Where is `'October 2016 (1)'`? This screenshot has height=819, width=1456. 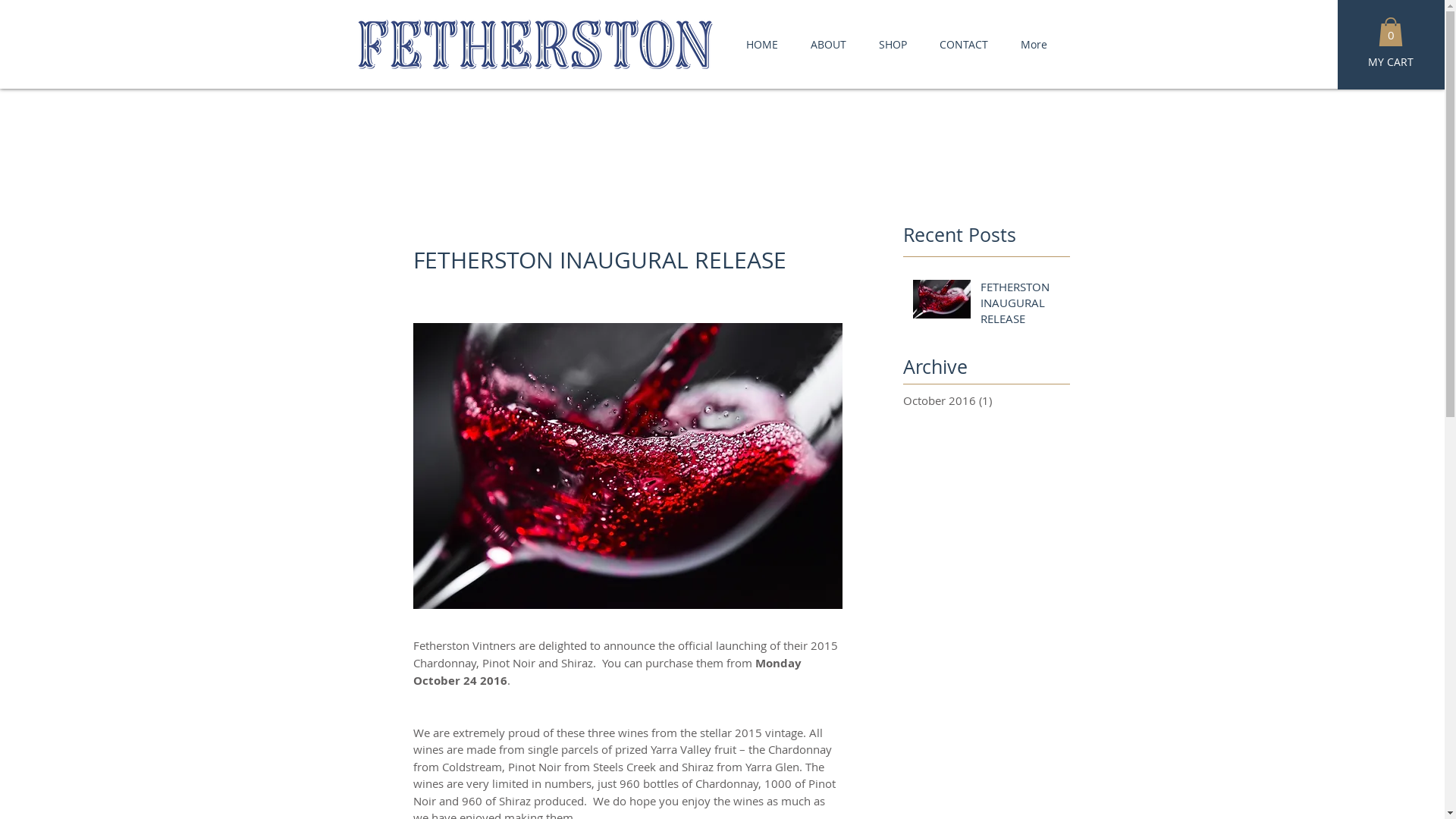 'October 2016 (1)' is located at coordinates (982, 400).